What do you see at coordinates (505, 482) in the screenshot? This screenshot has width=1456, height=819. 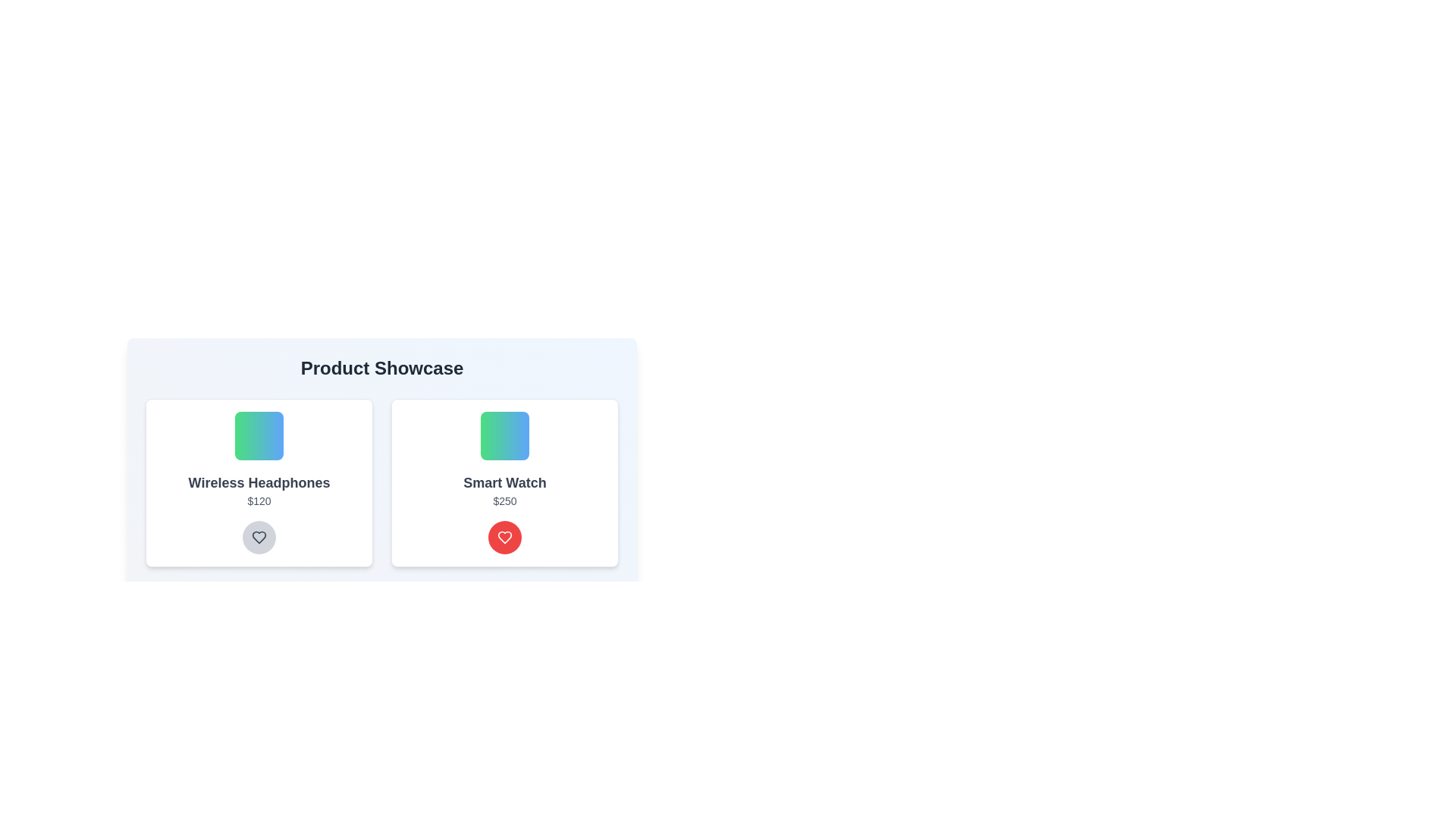 I see `the product card for Smart Watch` at bounding box center [505, 482].